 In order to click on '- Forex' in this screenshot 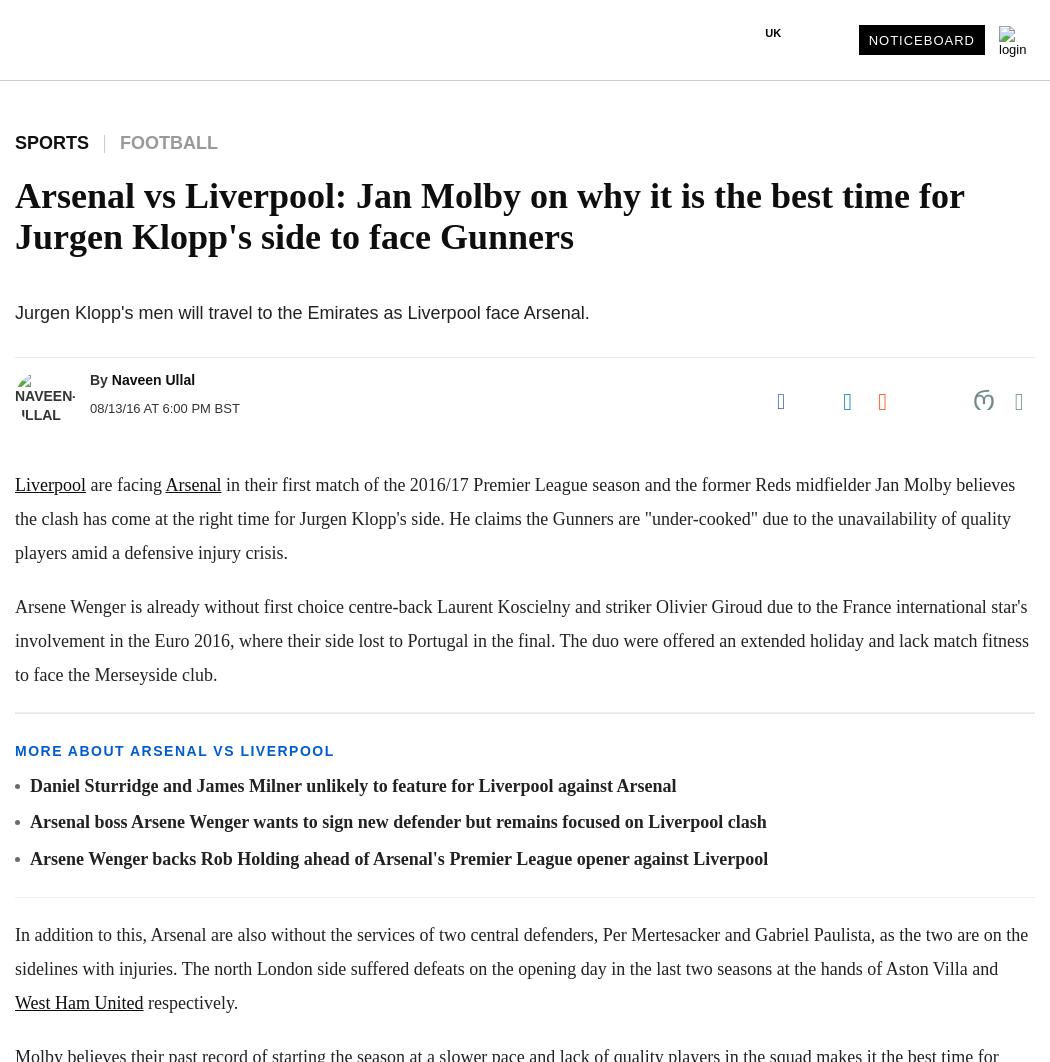, I will do `click(46, 885)`.